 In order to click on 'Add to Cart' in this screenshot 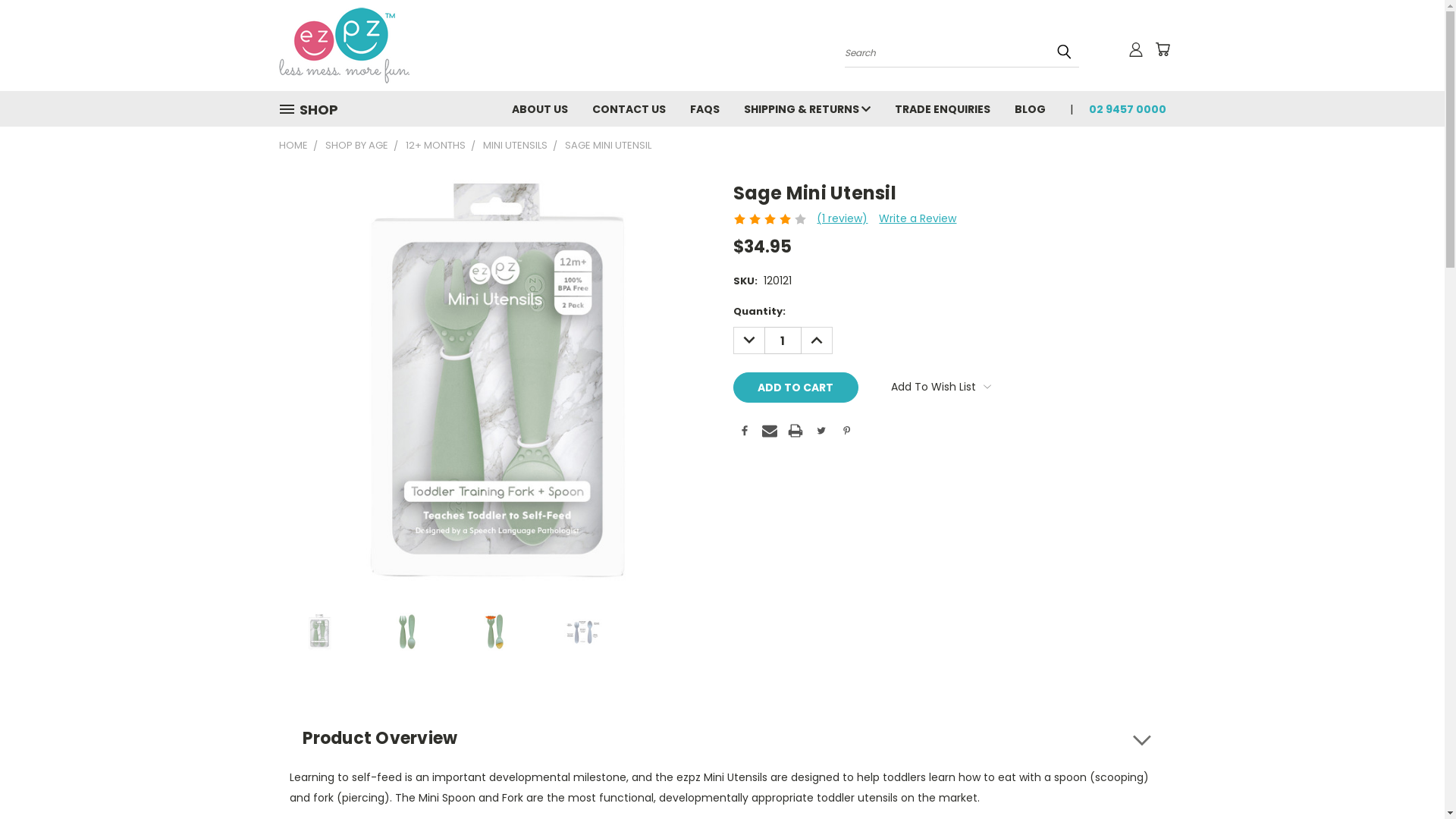, I will do `click(795, 386)`.